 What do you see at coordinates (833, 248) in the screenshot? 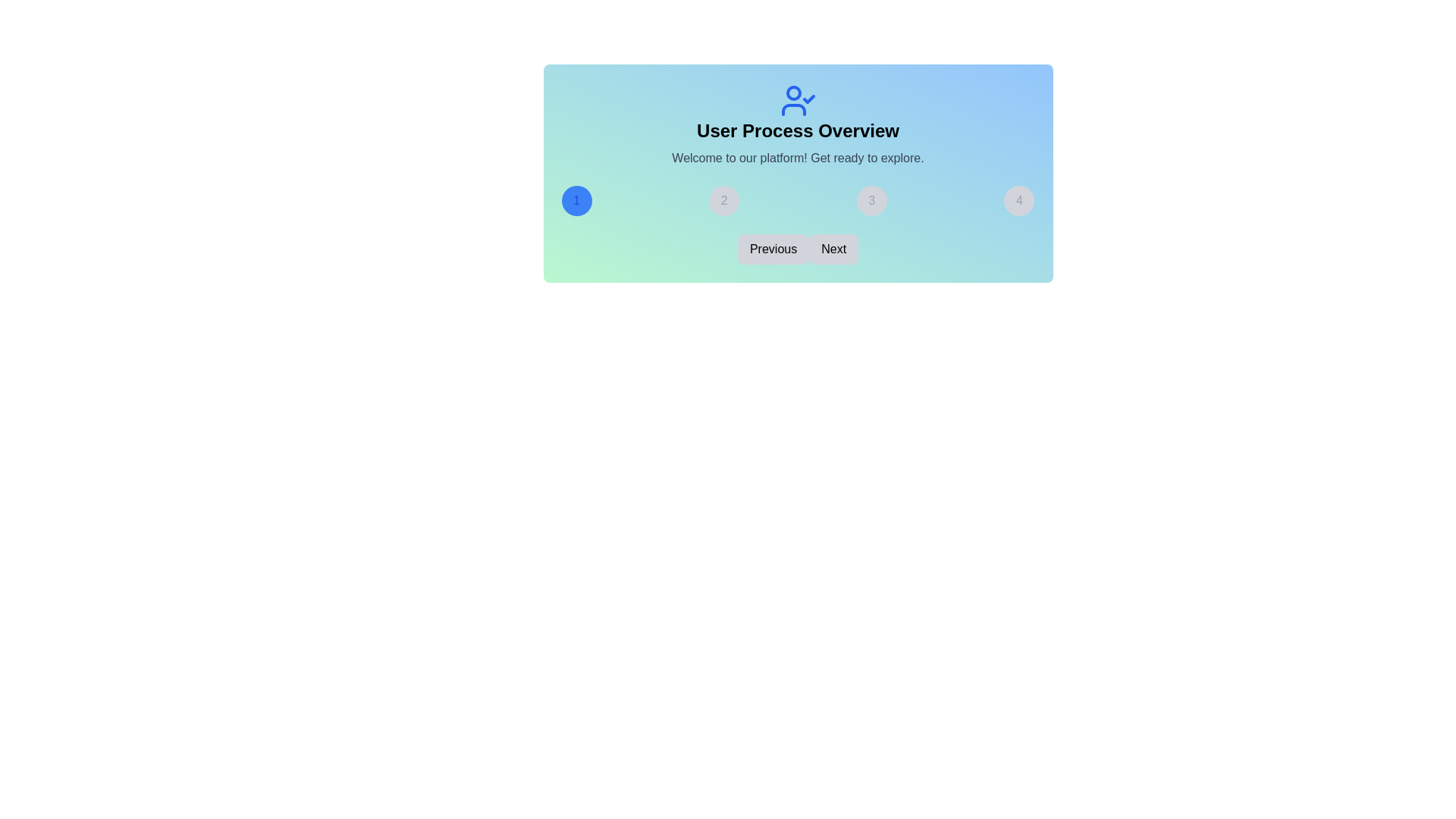
I see `'Next' button to navigate to the next step` at bounding box center [833, 248].